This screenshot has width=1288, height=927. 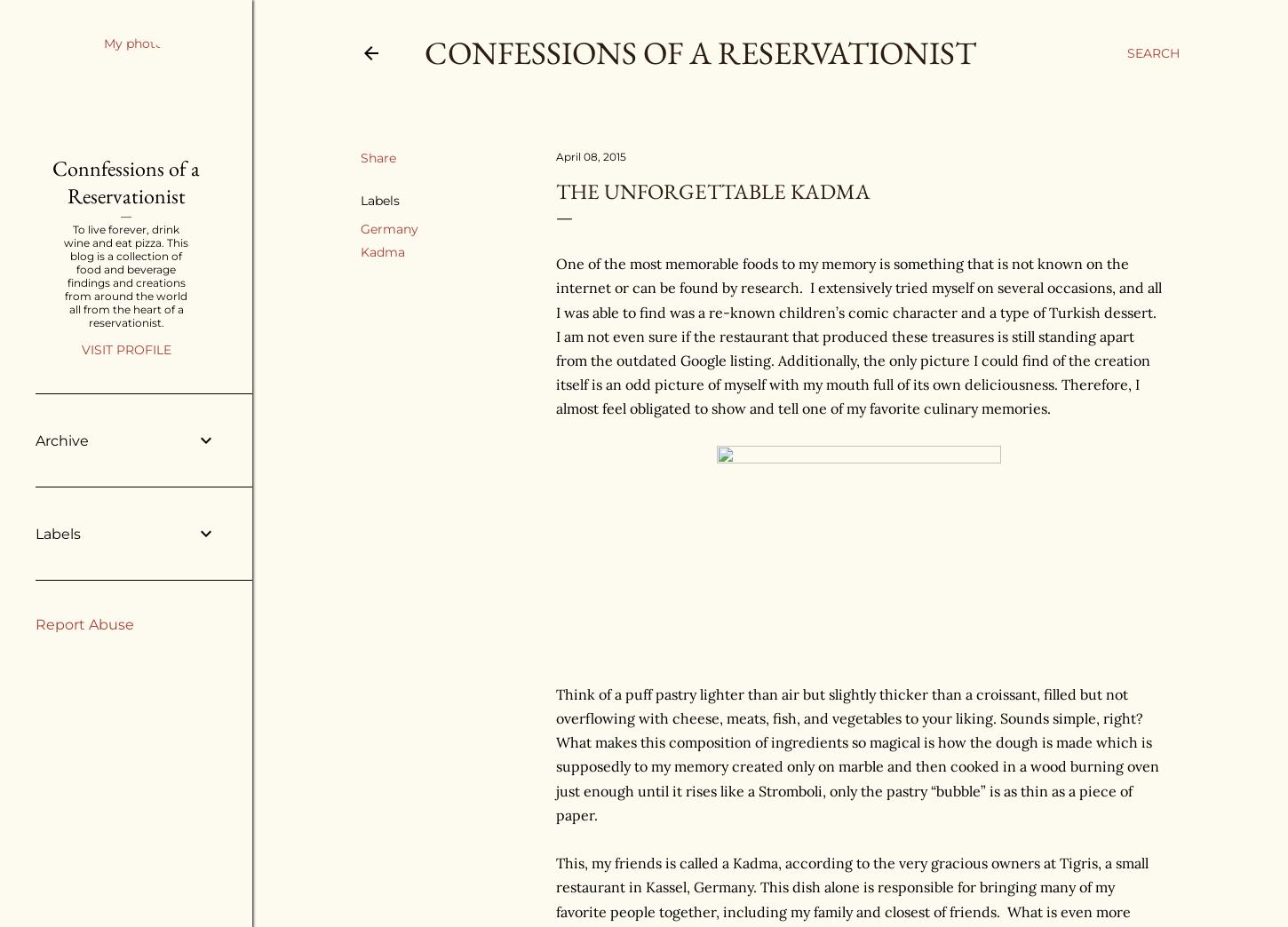 I want to click on 'Kadma', so click(x=360, y=250).